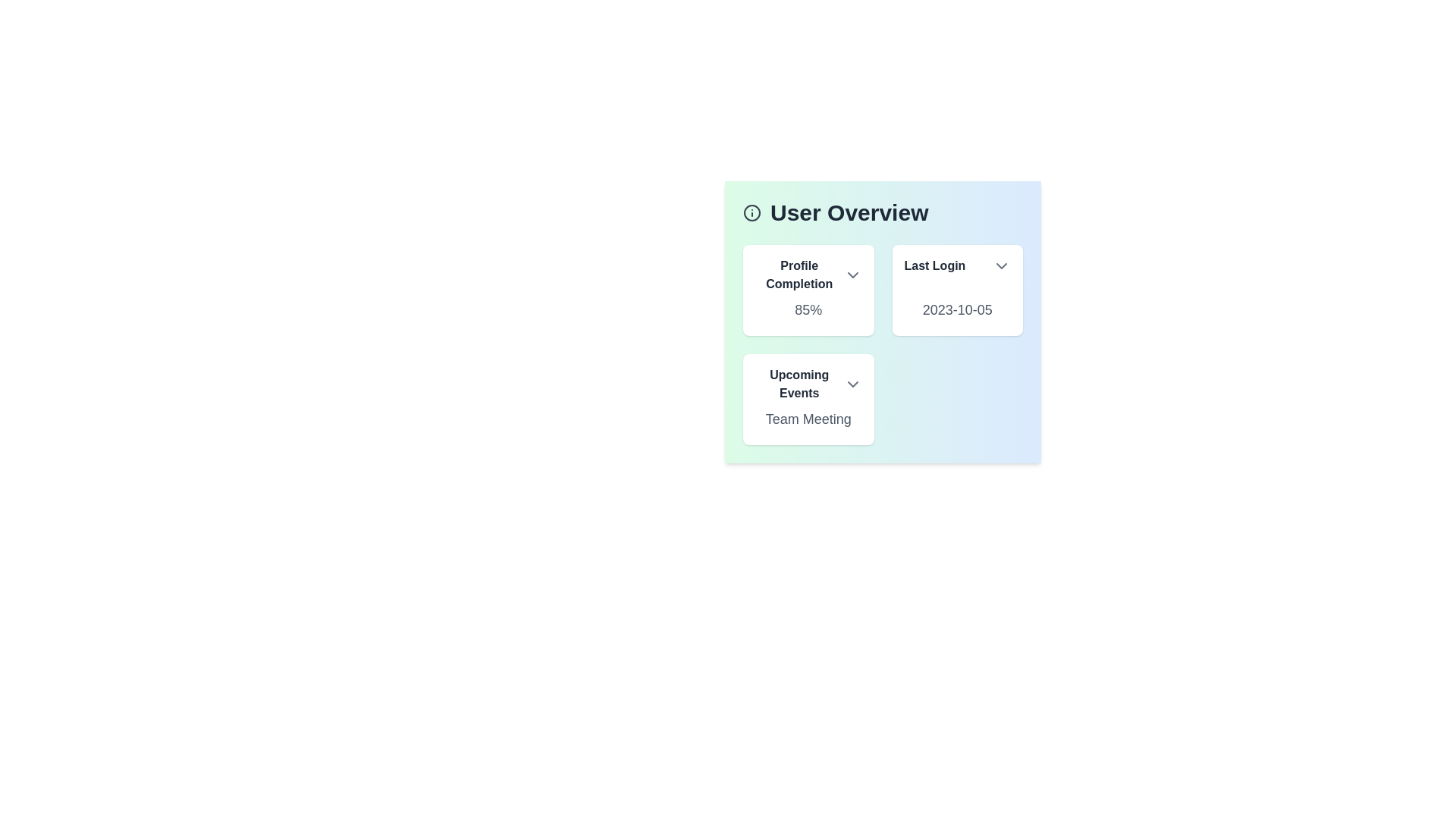  What do you see at coordinates (883, 213) in the screenshot?
I see `the 'User Overview' header section title, which features bold text and an information circle icon to the left, located at the top of the section with a light gradient background` at bounding box center [883, 213].